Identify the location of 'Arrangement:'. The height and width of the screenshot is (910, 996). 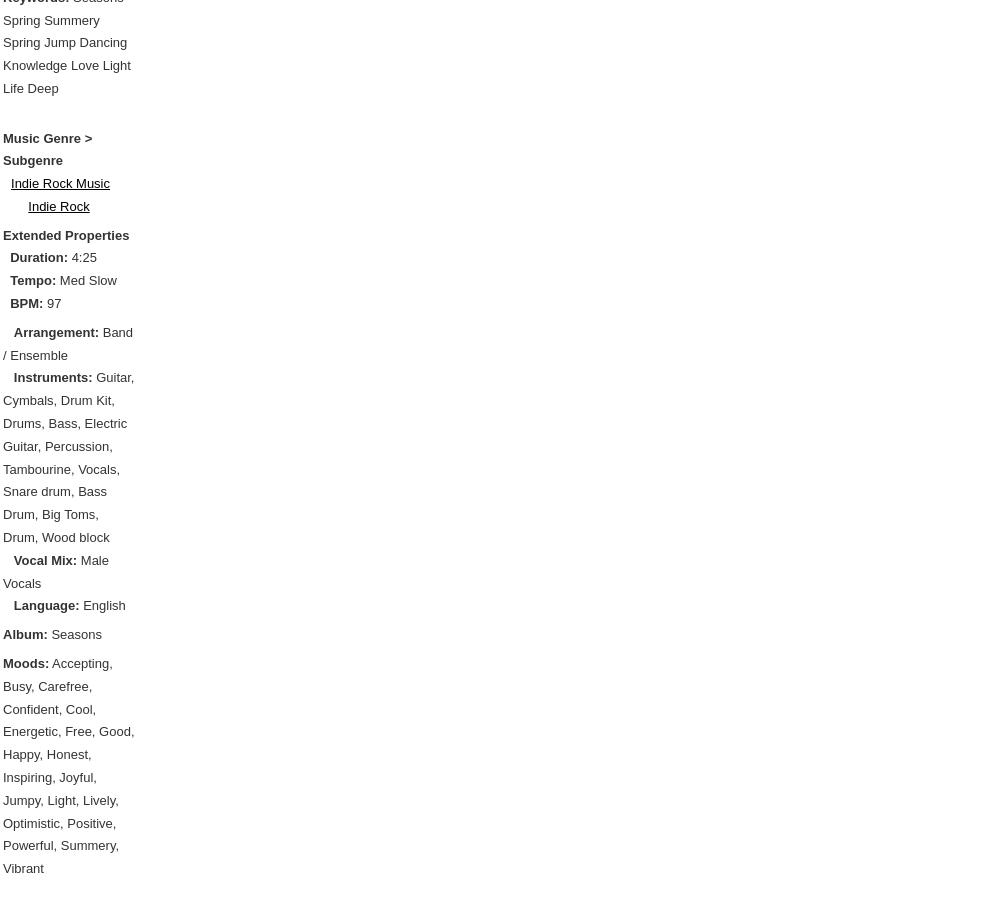
(13, 330).